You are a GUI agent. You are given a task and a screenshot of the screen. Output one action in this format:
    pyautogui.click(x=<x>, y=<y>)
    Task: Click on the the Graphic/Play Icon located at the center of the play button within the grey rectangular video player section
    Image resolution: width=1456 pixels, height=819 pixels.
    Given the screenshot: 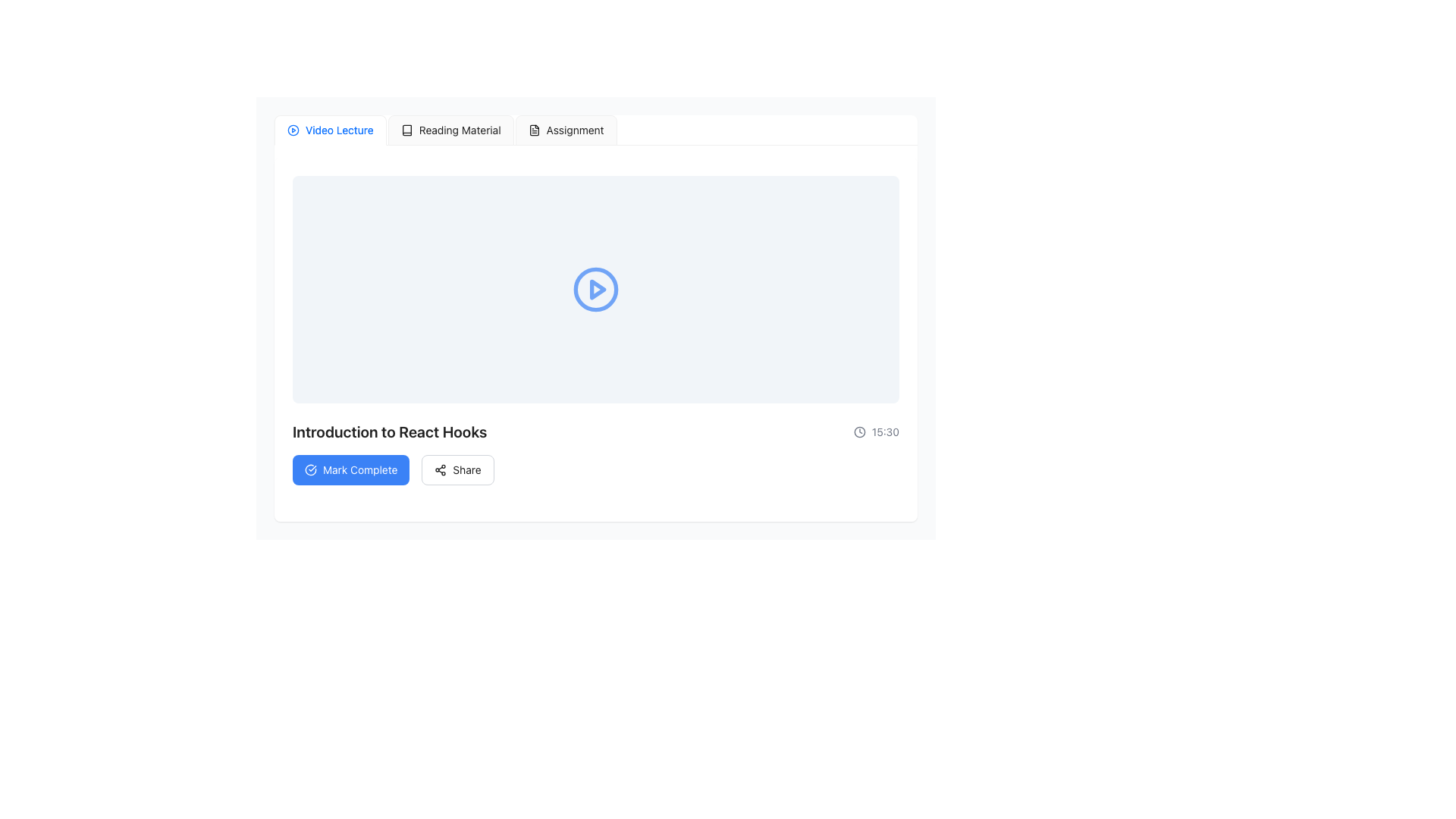 What is the action you would take?
    pyautogui.click(x=597, y=289)
    